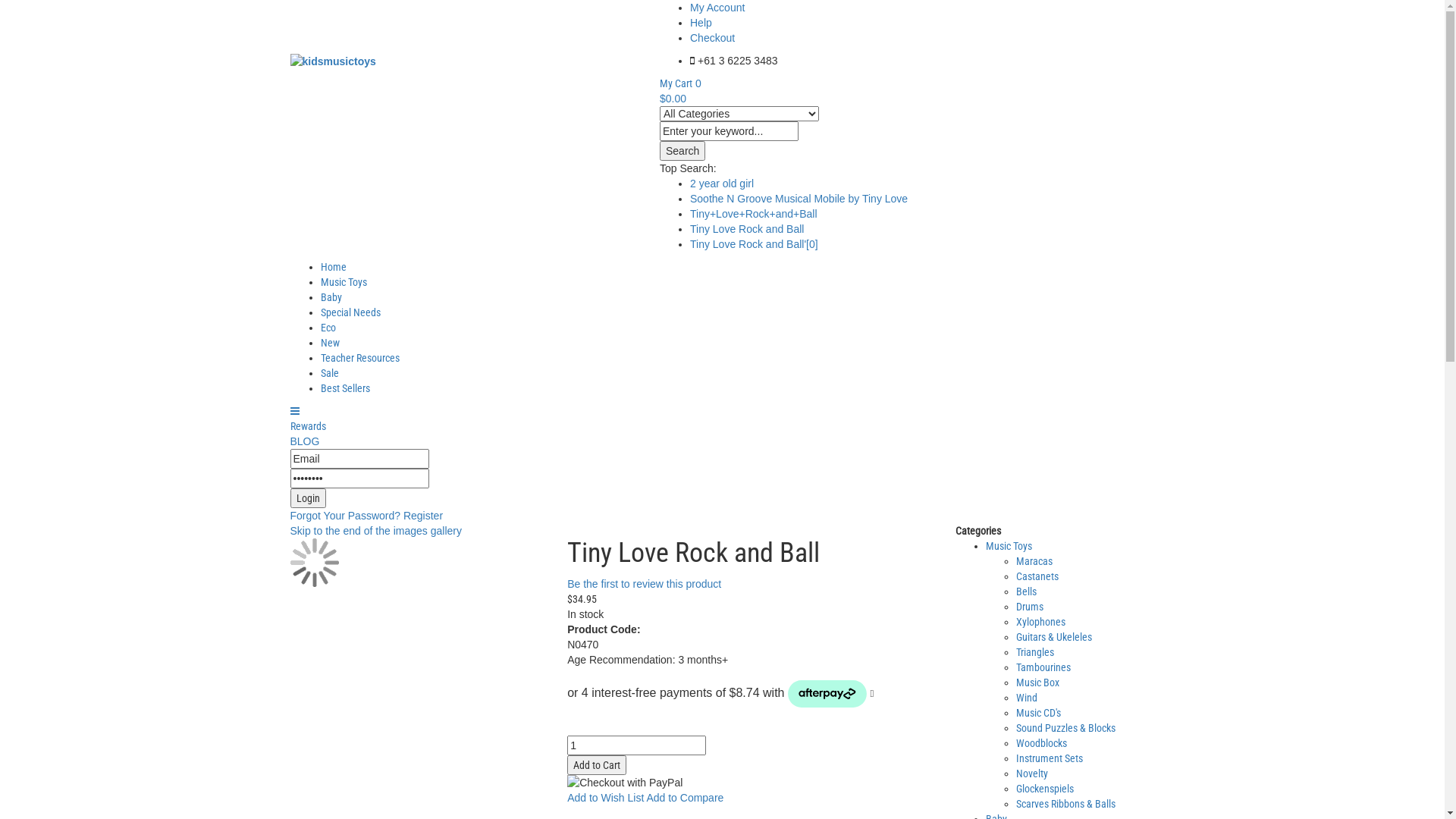 Image resolution: width=1456 pixels, height=819 pixels. Describe the element at coordinates (1065, 803) in the screenshot. I see `'Scarves Ribbons & Balls'` at that location.